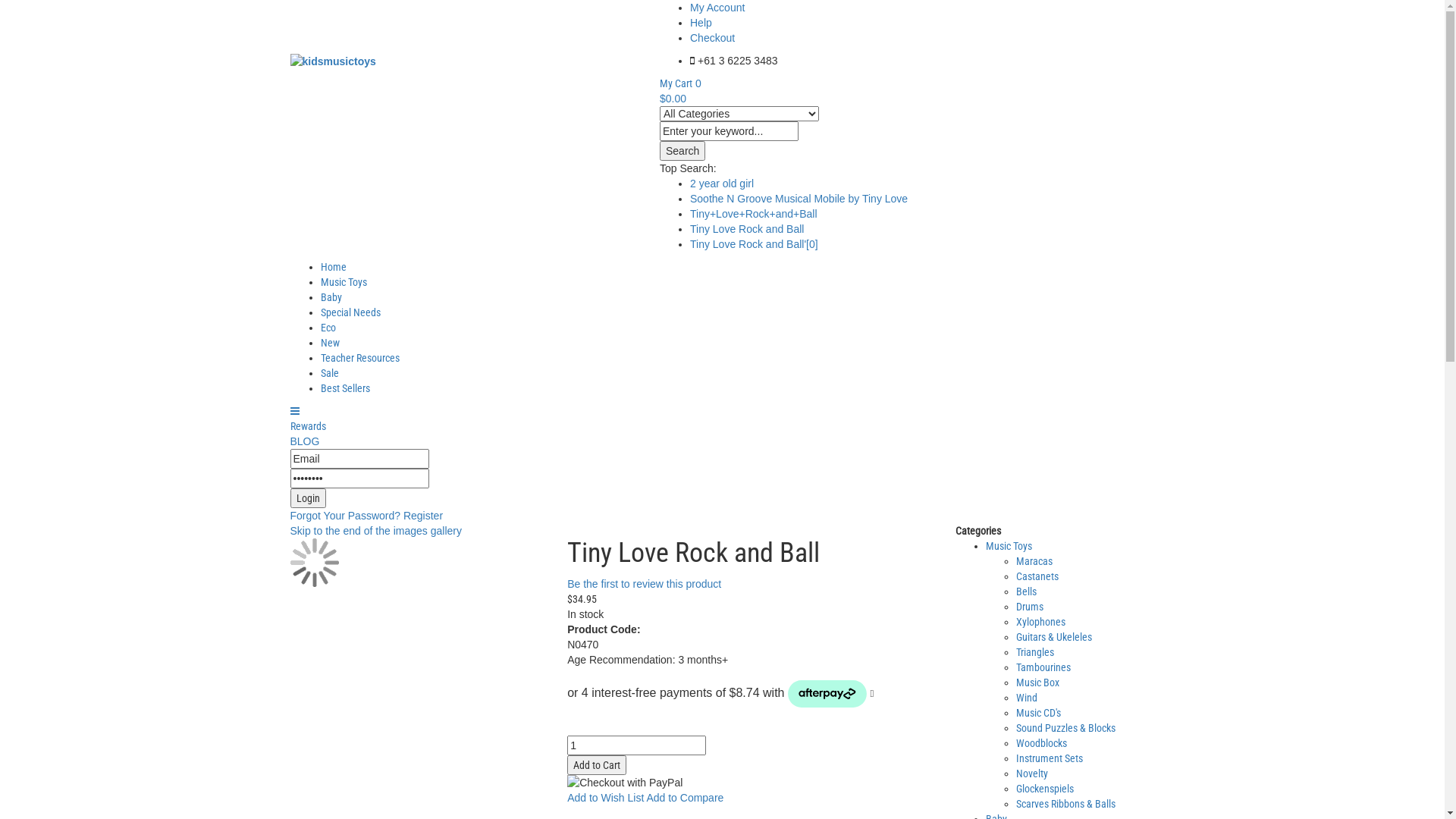 Image resolution: width=1456 pixels, height=819 pixels. Describe the element at coordinates (1065, 803) in the screenshot. I see `'Scarves Ribbons & Balls'` at that location.